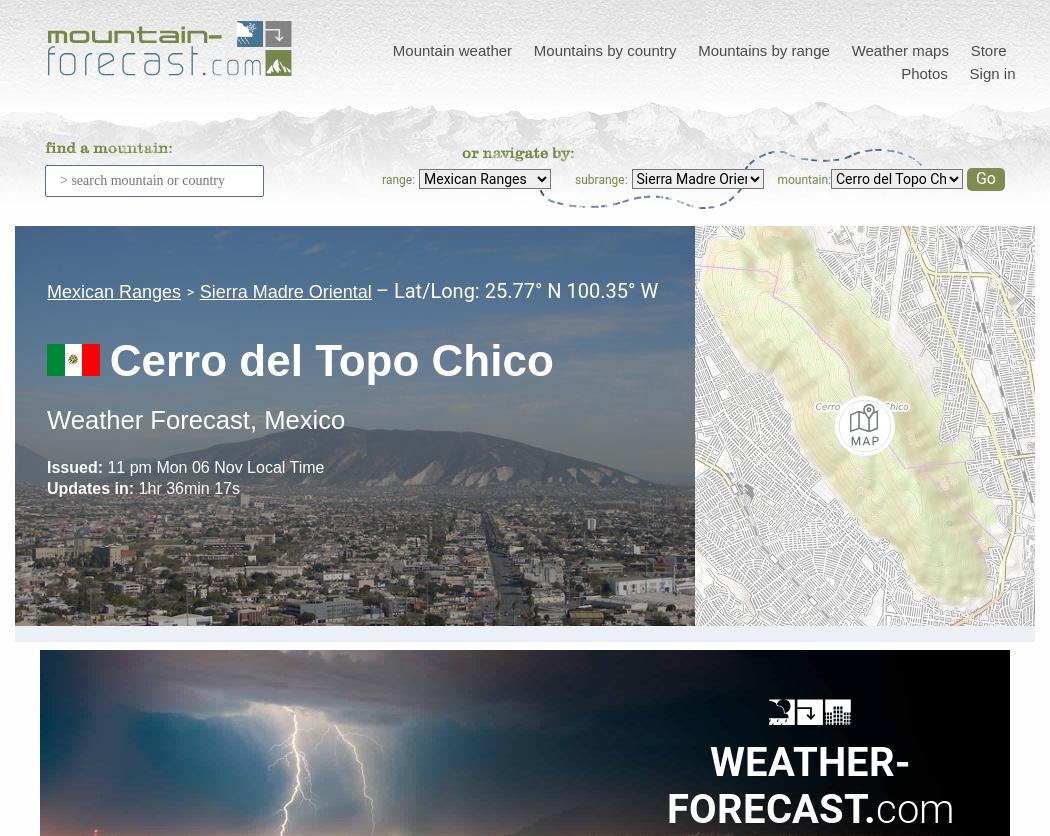  Describe the element at coordinates (802, 178) in the screenshot. I see `'mountain:'` at that location.